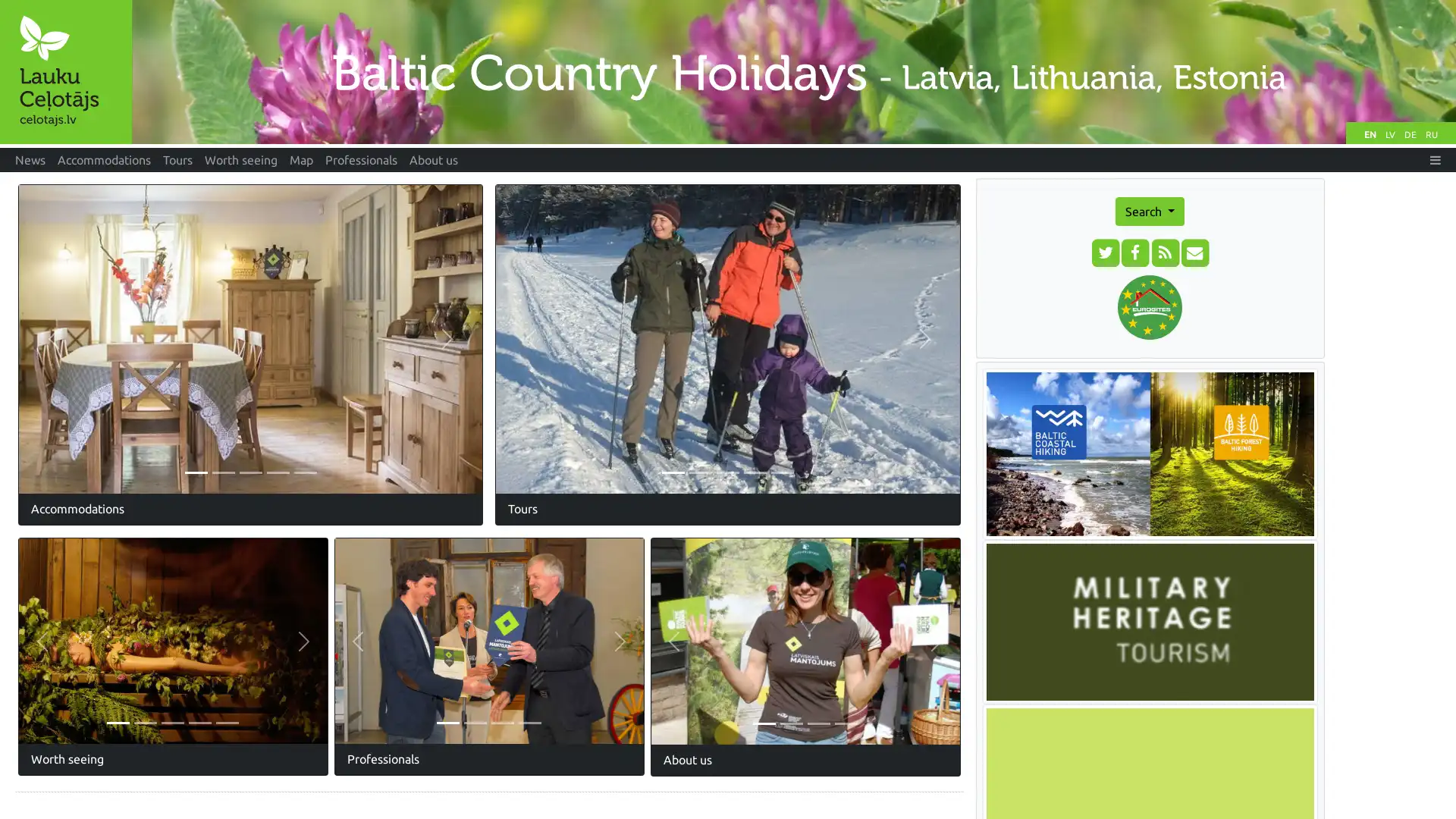  Describe the element at coordinates (620, 641) in the screenshot. I see `Next` at that location.